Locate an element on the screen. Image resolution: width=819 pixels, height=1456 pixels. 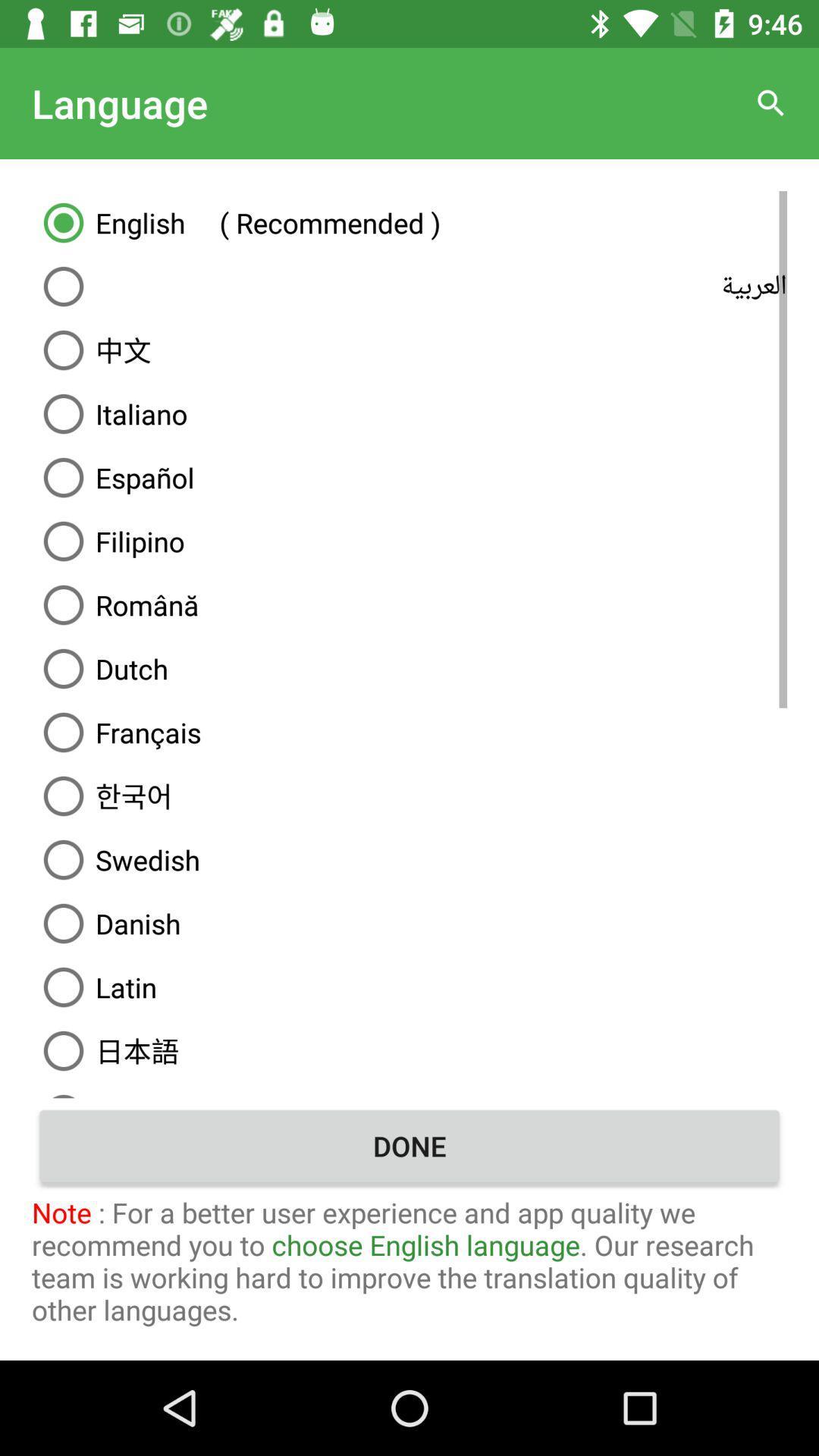
the italiano icon is located at coordinates (409, 414).